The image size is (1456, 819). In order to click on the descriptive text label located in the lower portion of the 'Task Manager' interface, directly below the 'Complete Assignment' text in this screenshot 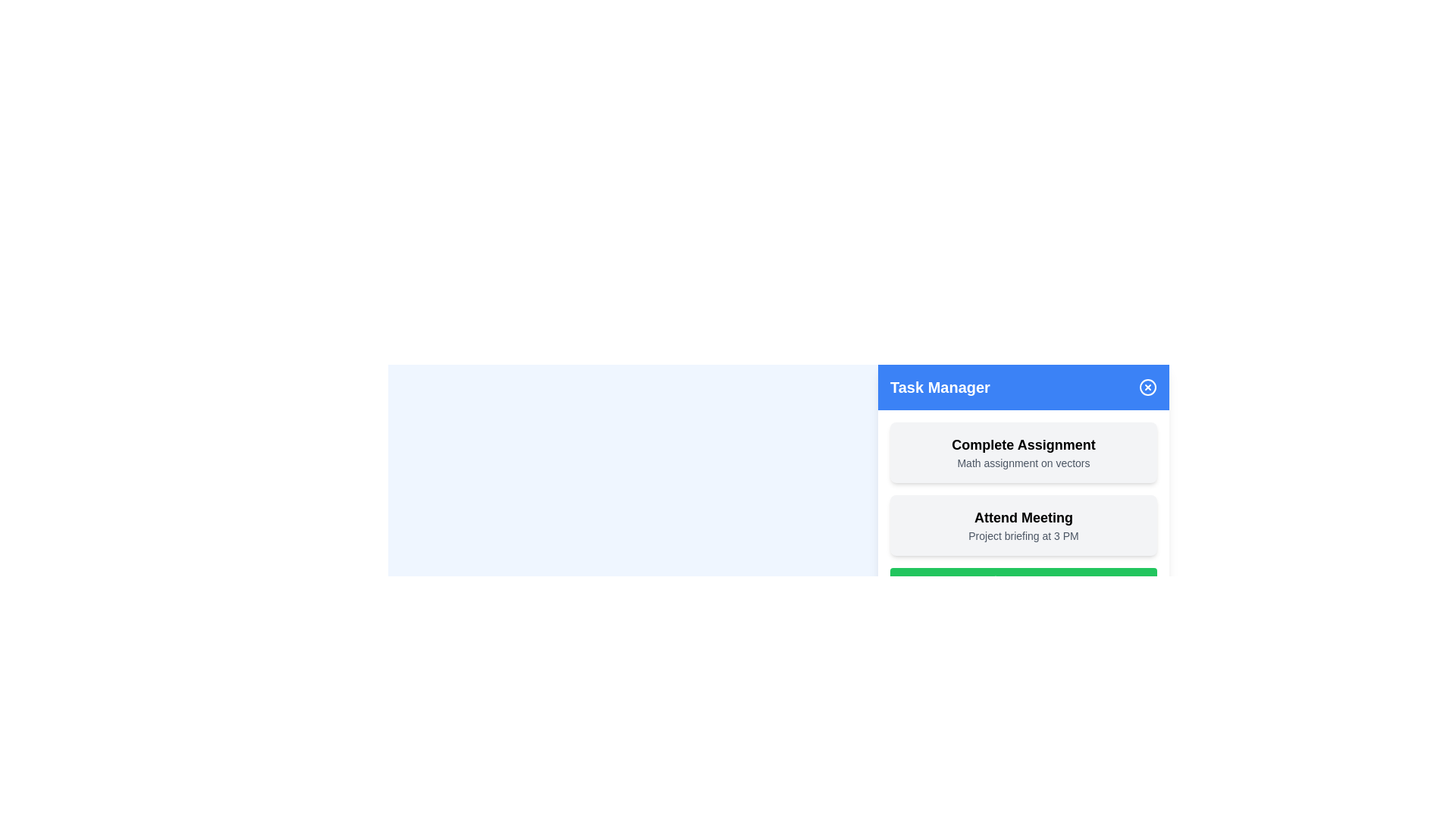, I will do `click(1023, 462)`.